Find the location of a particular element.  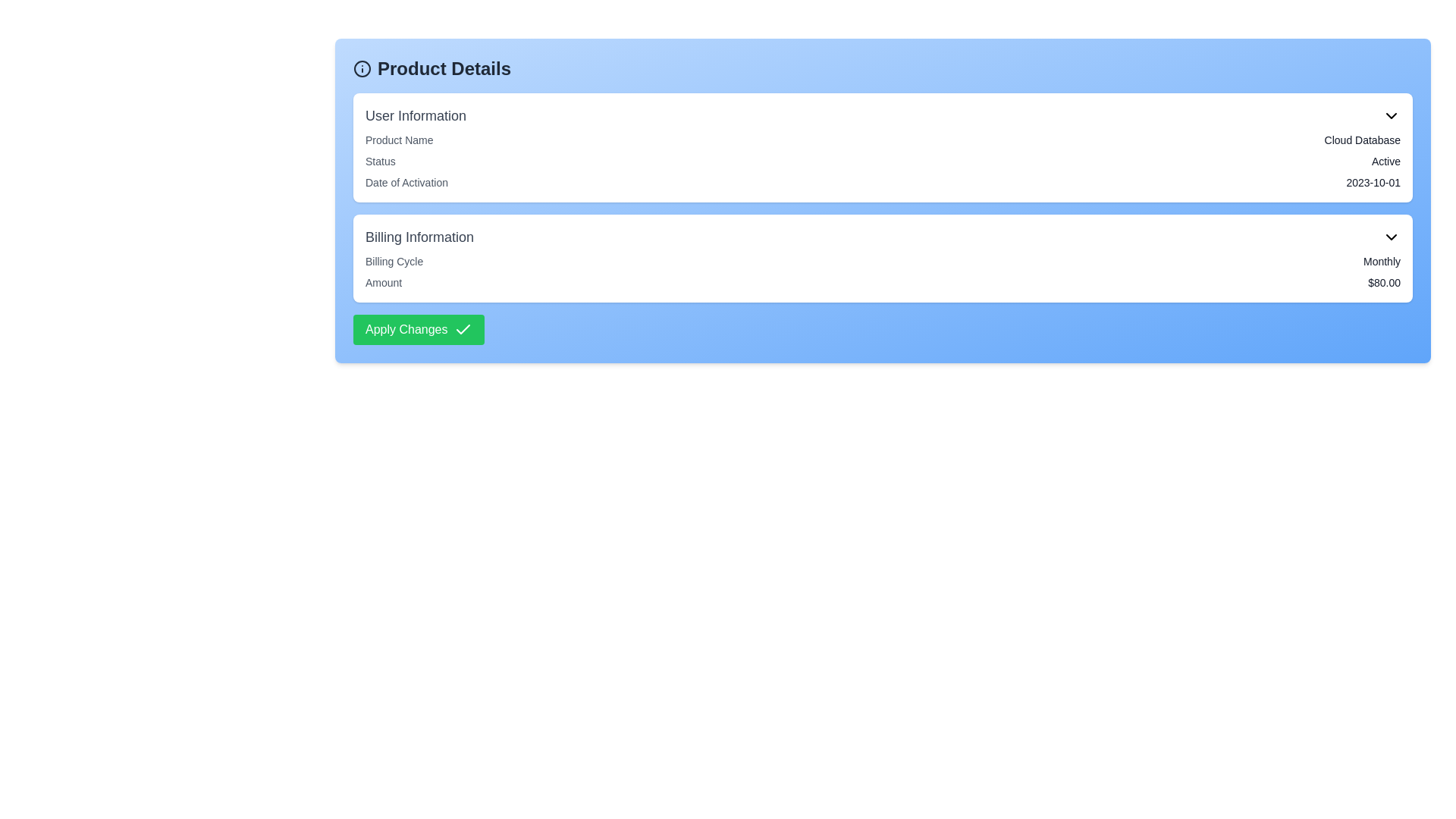

the chevron icon located in the top-right corner of the 'Billing Information' section is located at coordinates (1391, 237).